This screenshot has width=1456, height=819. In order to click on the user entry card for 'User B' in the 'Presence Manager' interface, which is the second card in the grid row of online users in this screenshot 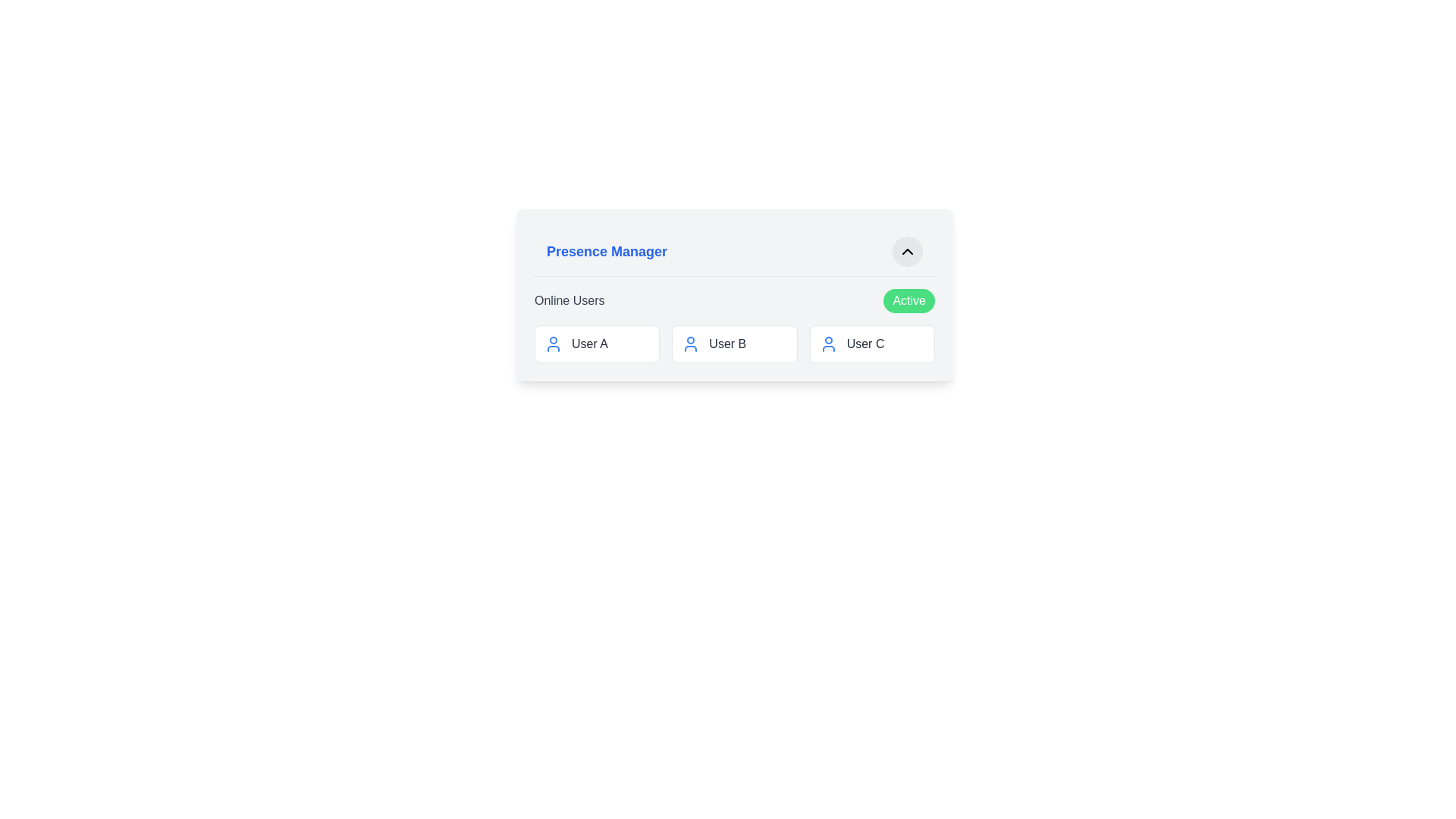, I will do `click(735, 344)`.